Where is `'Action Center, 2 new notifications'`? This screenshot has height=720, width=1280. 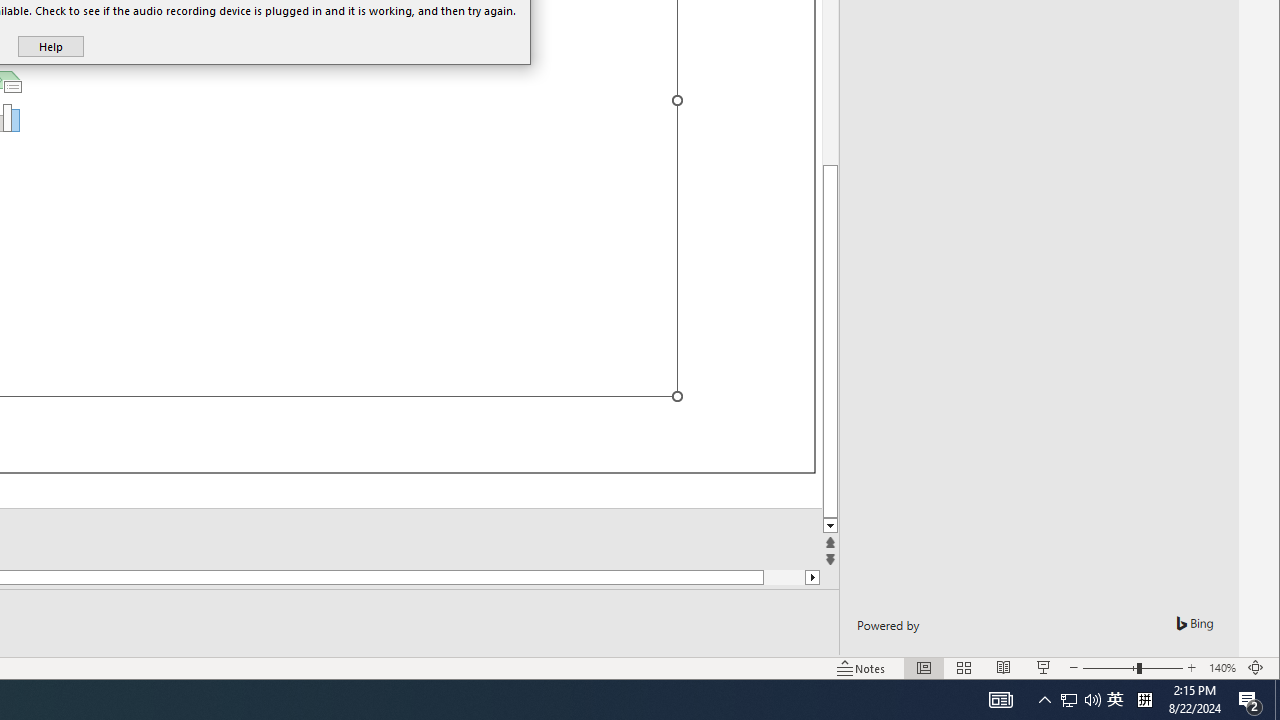
'Action Center, 2 new notifications' is located at coordinates (1250, 698).